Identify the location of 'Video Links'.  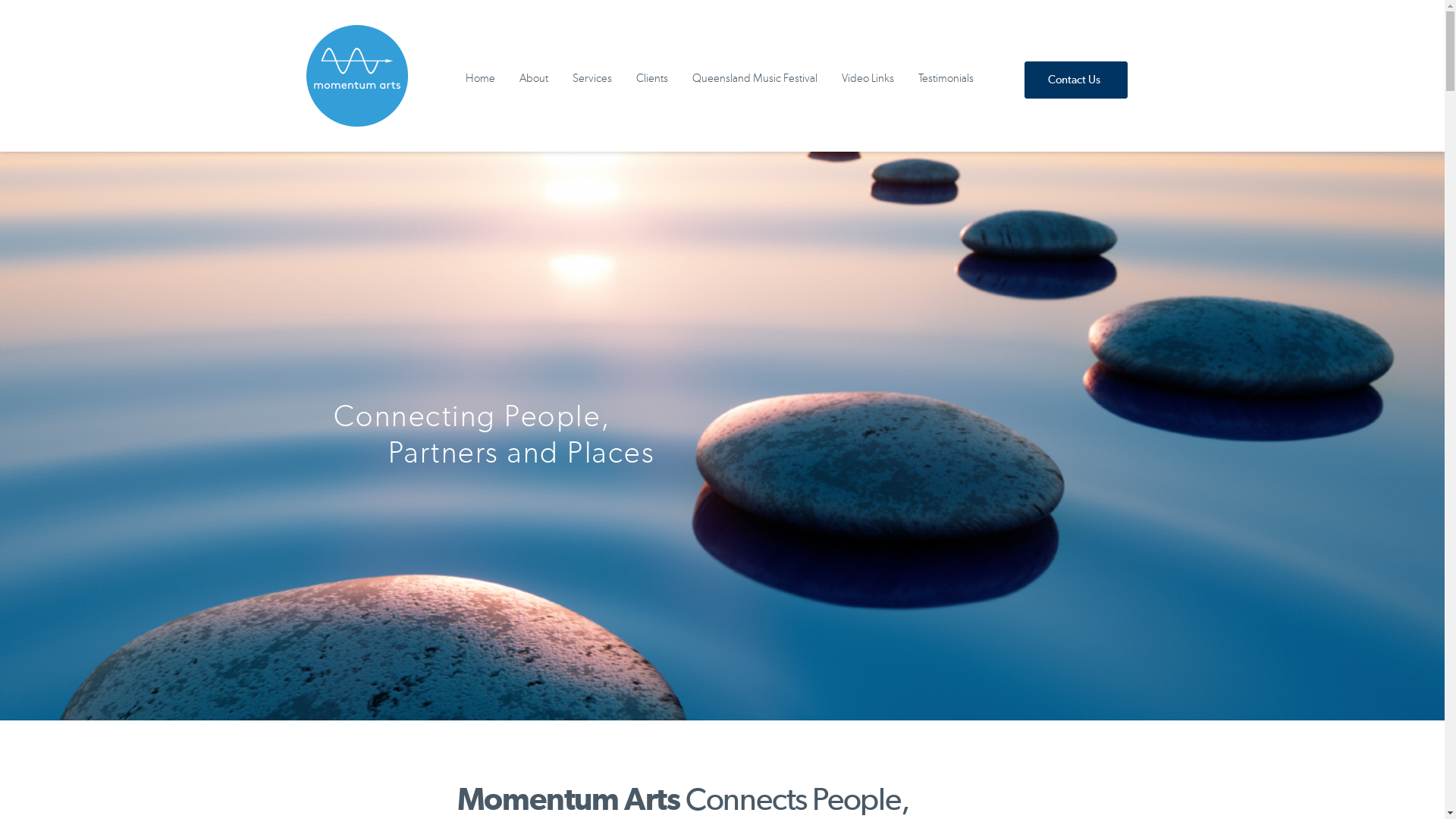
(868, 79).